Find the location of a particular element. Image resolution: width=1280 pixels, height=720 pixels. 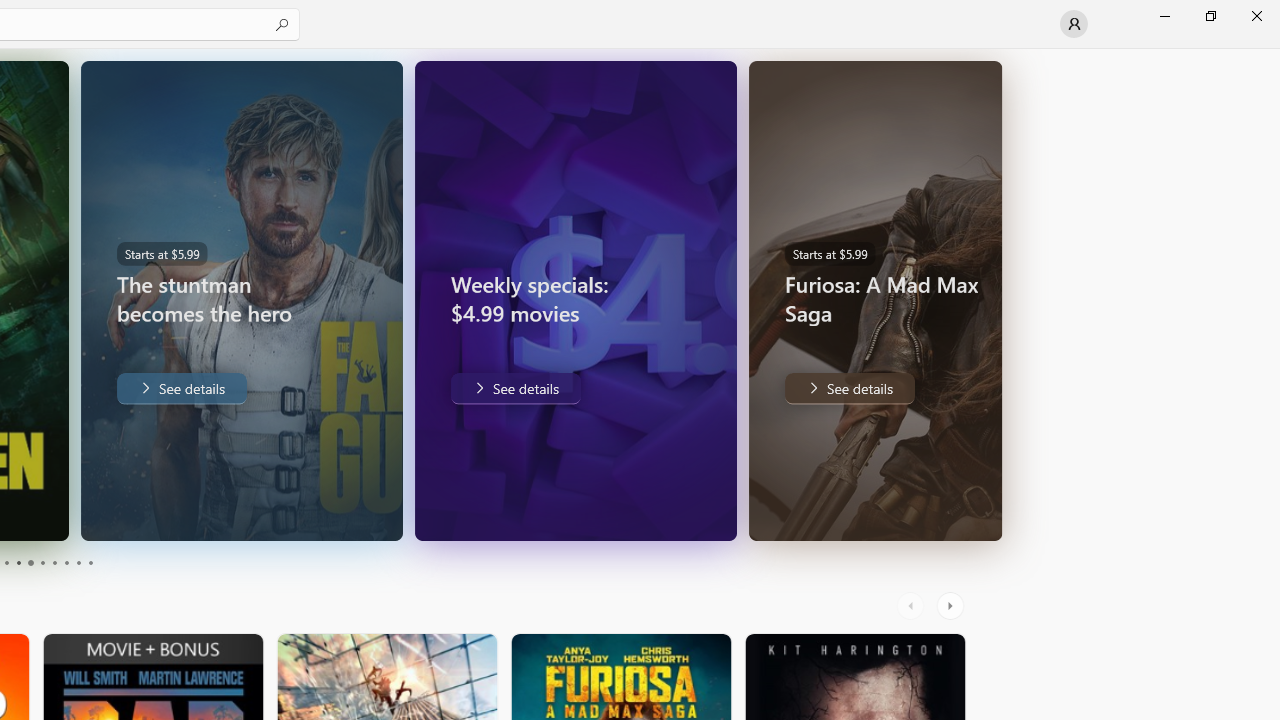

'Page 4' is located at coordinates (17, 563).